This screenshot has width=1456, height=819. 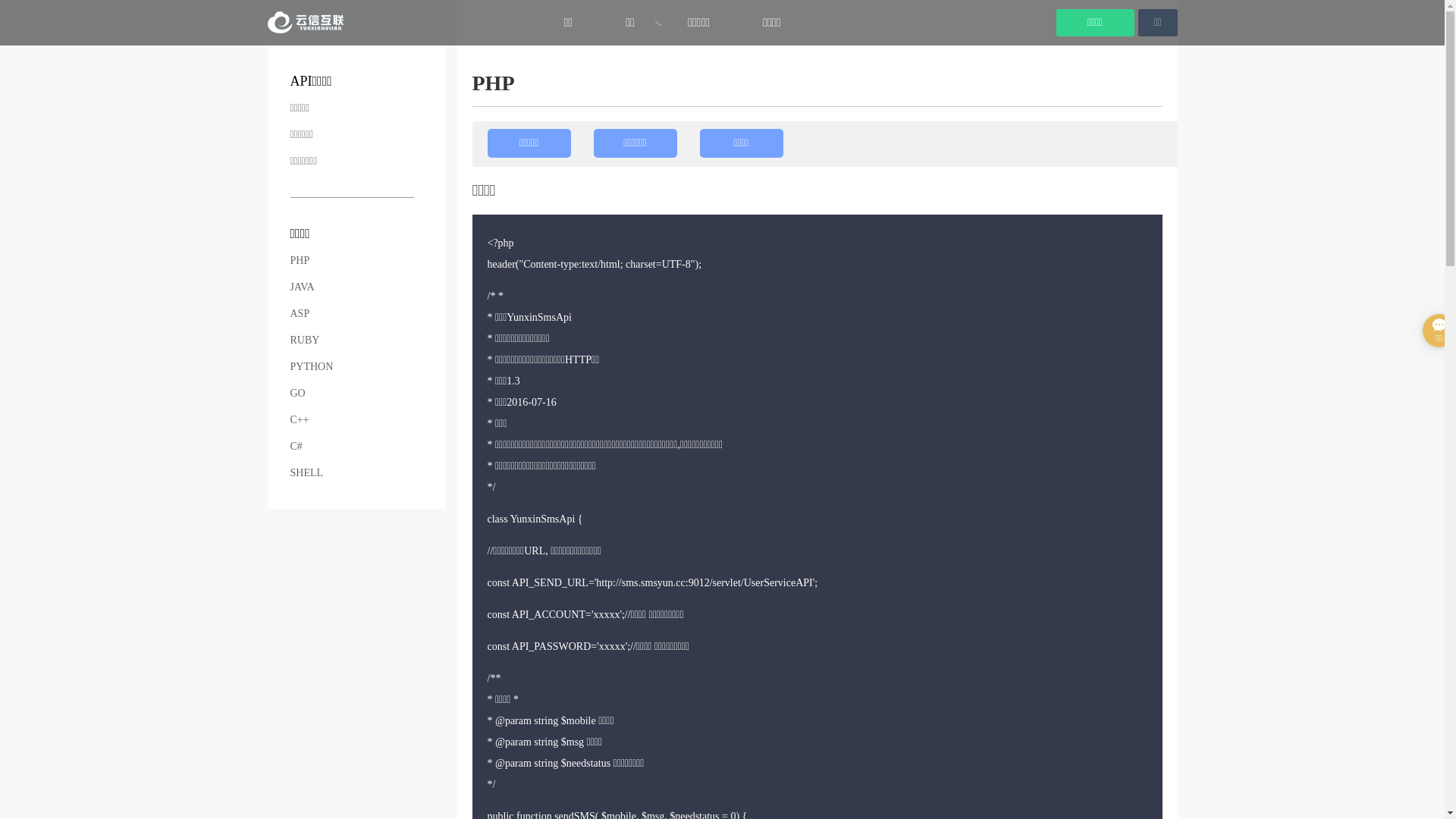 What do you see at coordinates (299, 259) in the screenshot?
I see `'PHP'` at bounding box center [299, 259].